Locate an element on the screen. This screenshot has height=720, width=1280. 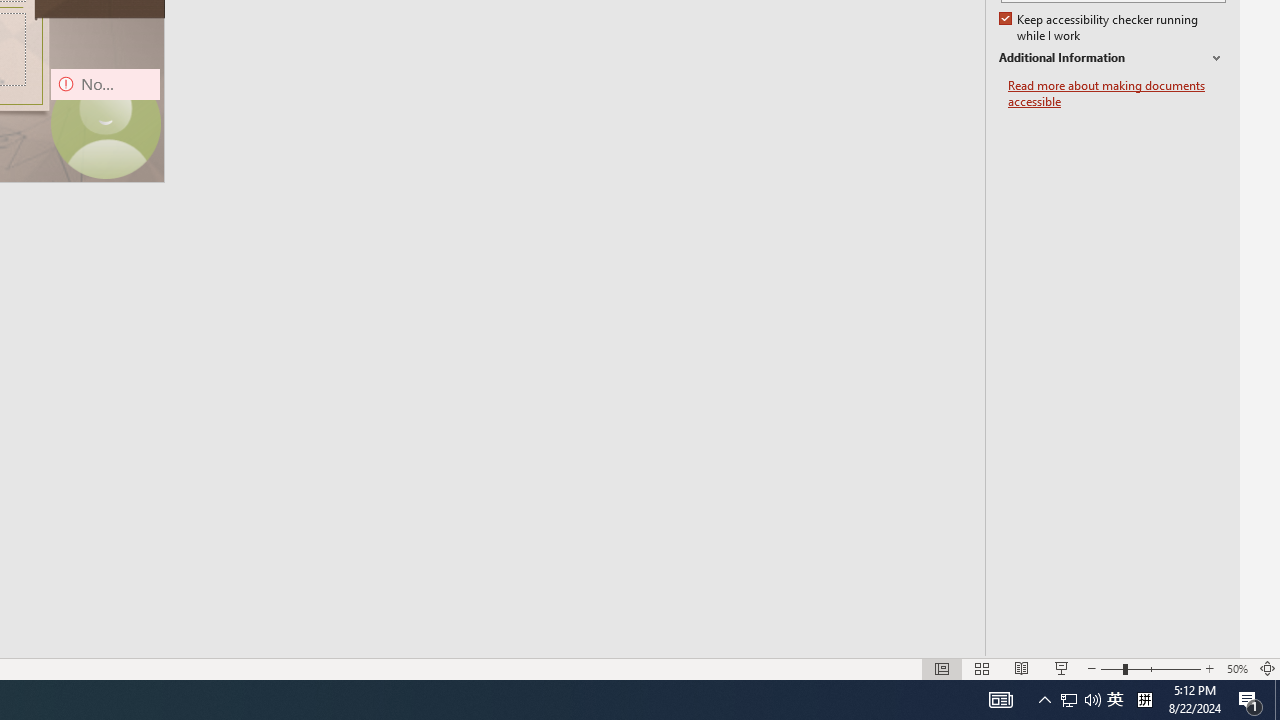
'Slide Sorter' is located at coordinates (982, 669).